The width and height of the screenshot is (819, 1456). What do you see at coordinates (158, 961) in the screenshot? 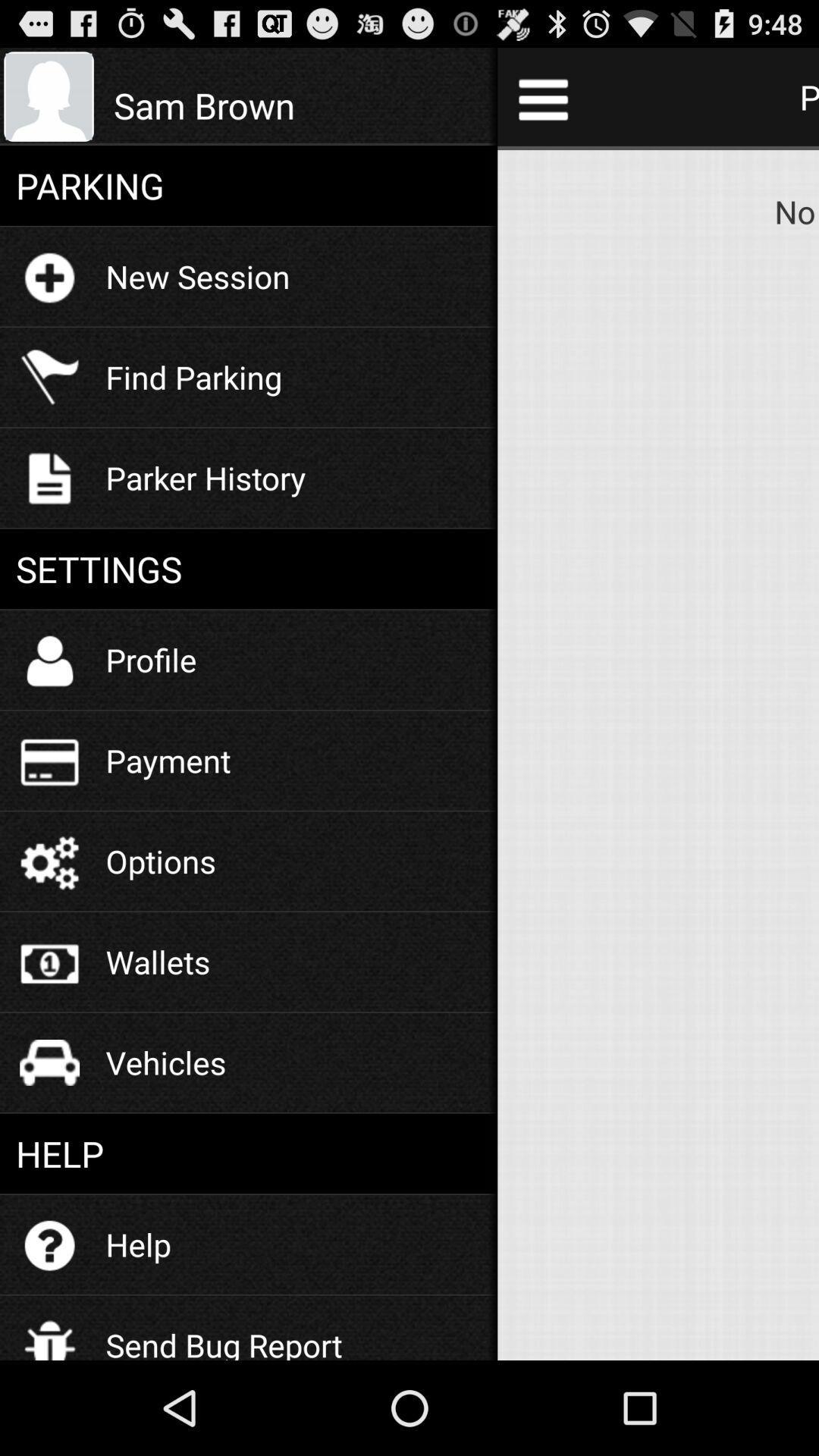
I see `the wallets` at bounding box center [158, 961].